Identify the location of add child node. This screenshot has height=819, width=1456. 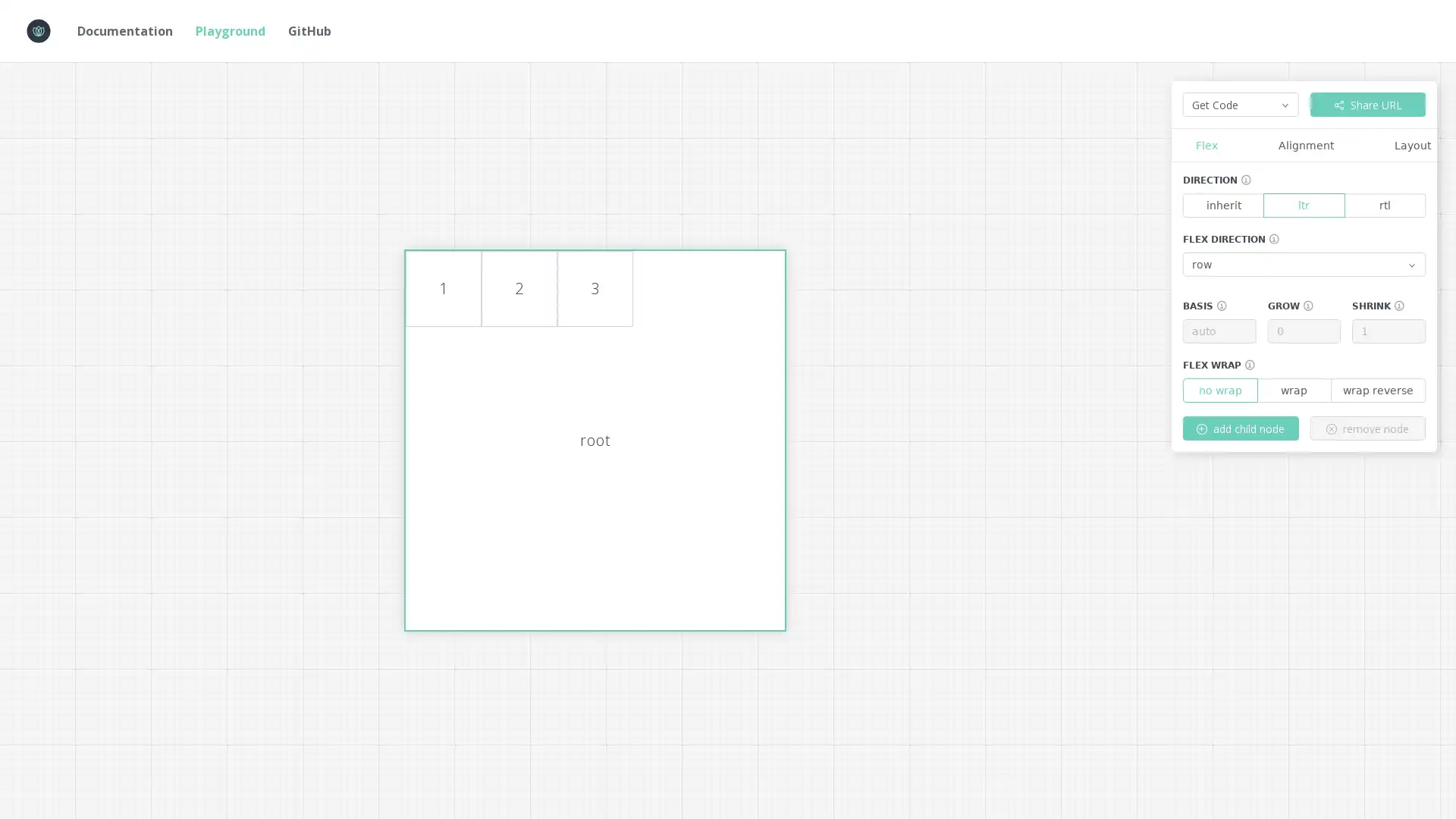
(1241, 428).